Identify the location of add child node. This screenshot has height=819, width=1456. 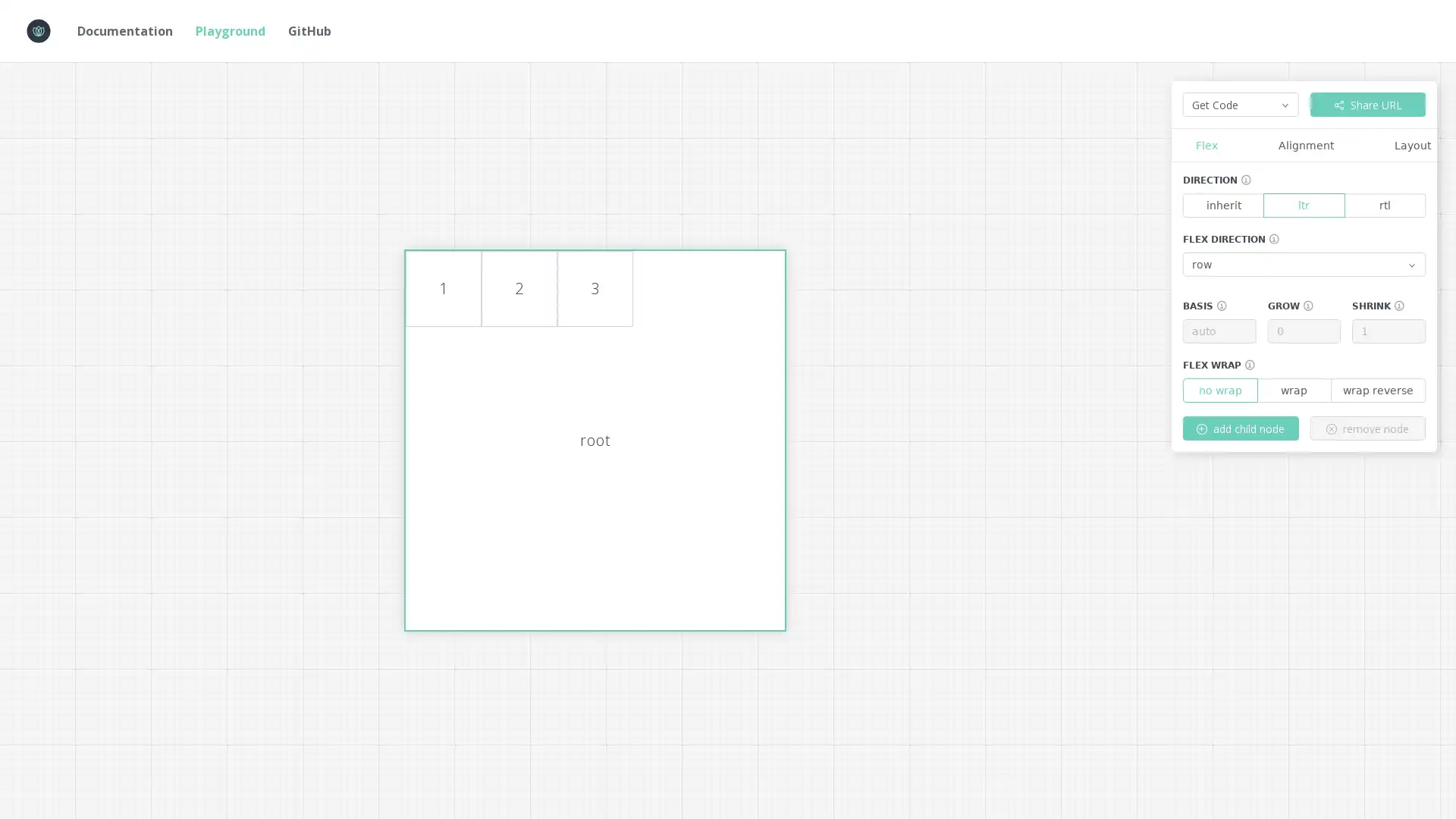
(1241, 428).